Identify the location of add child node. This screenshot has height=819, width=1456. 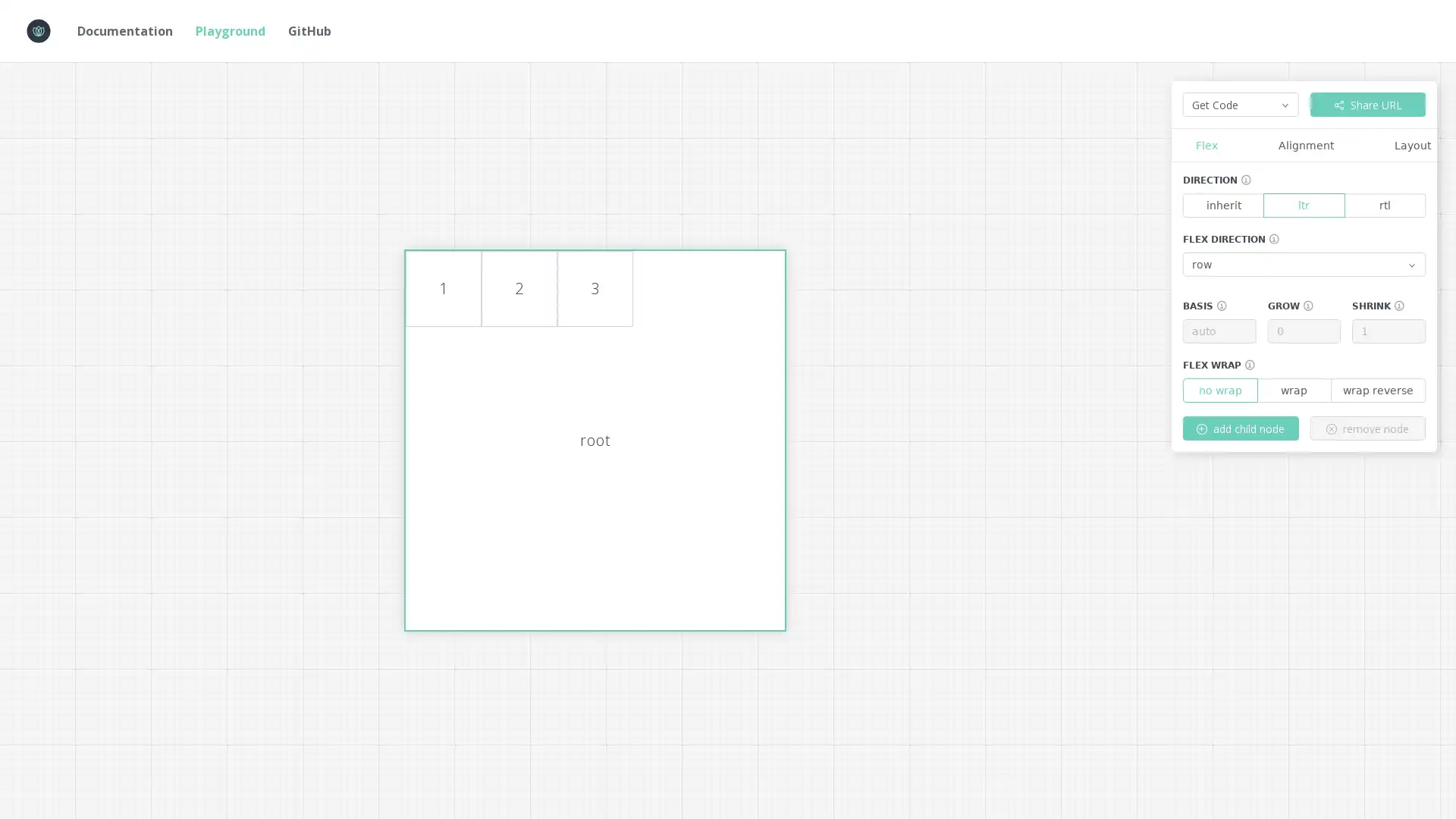
(1241, 428).